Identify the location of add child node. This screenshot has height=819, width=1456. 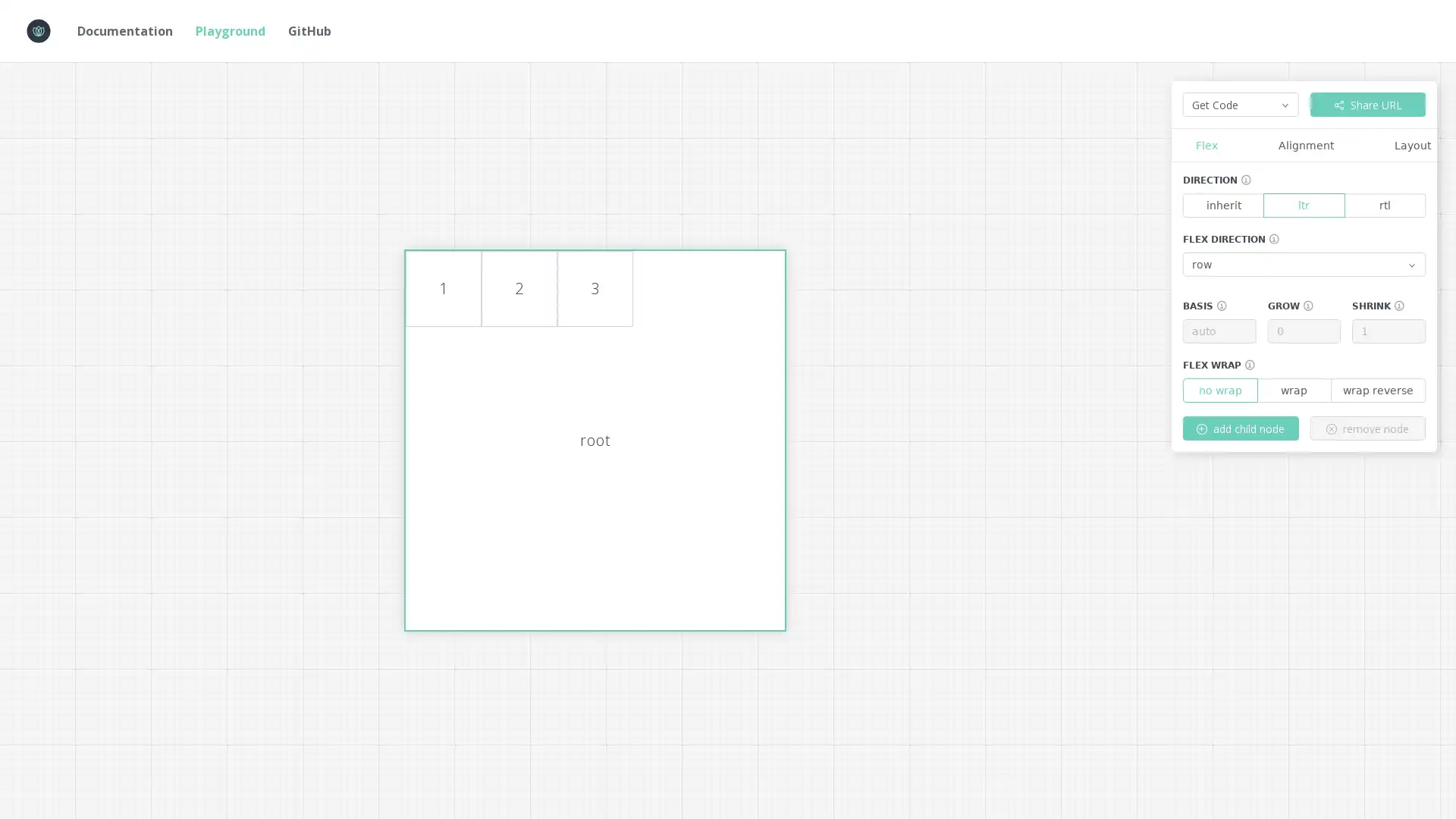
(1241, 428).